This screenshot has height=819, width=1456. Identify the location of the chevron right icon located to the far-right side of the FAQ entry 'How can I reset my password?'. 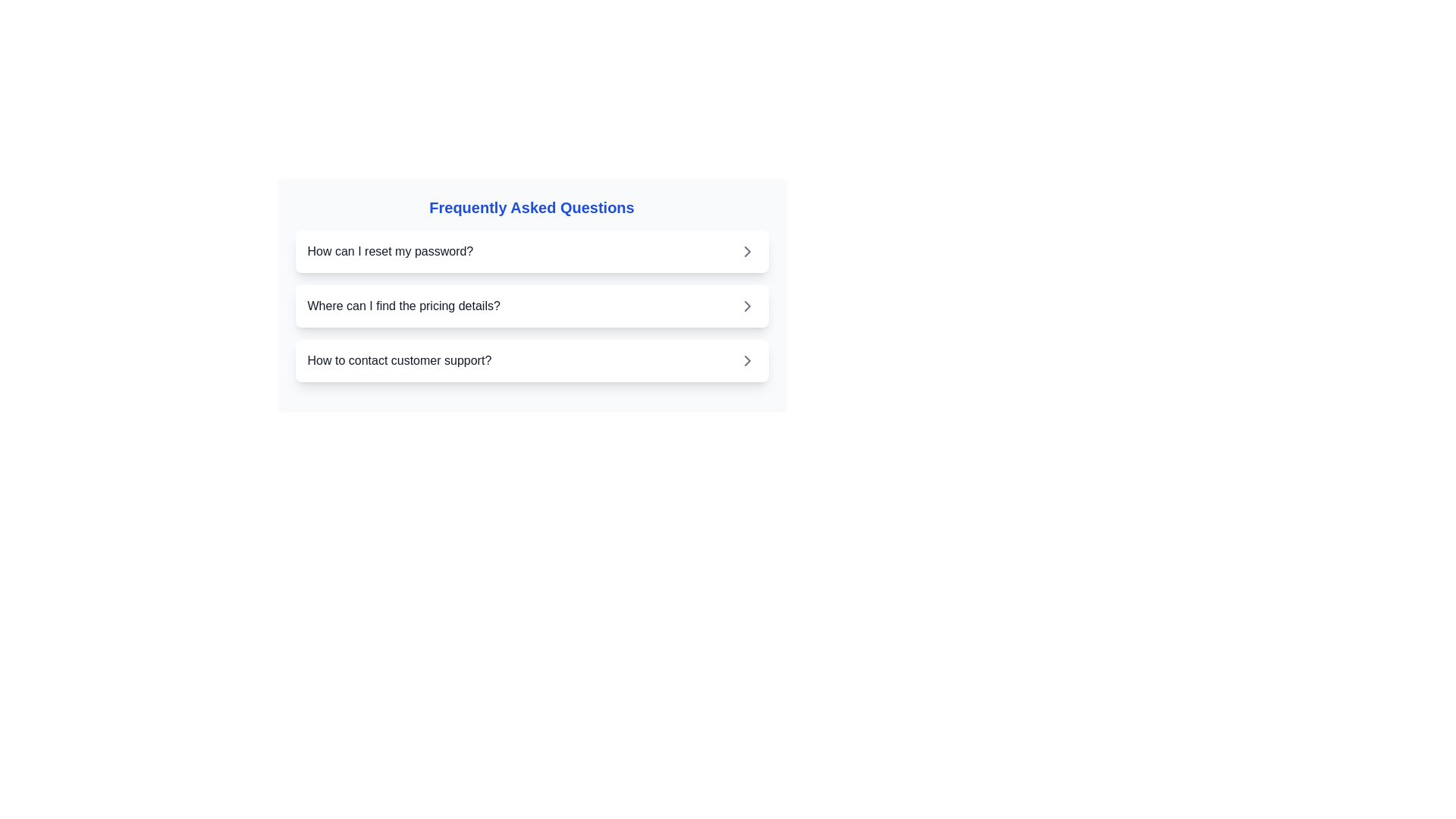
(747, 250).